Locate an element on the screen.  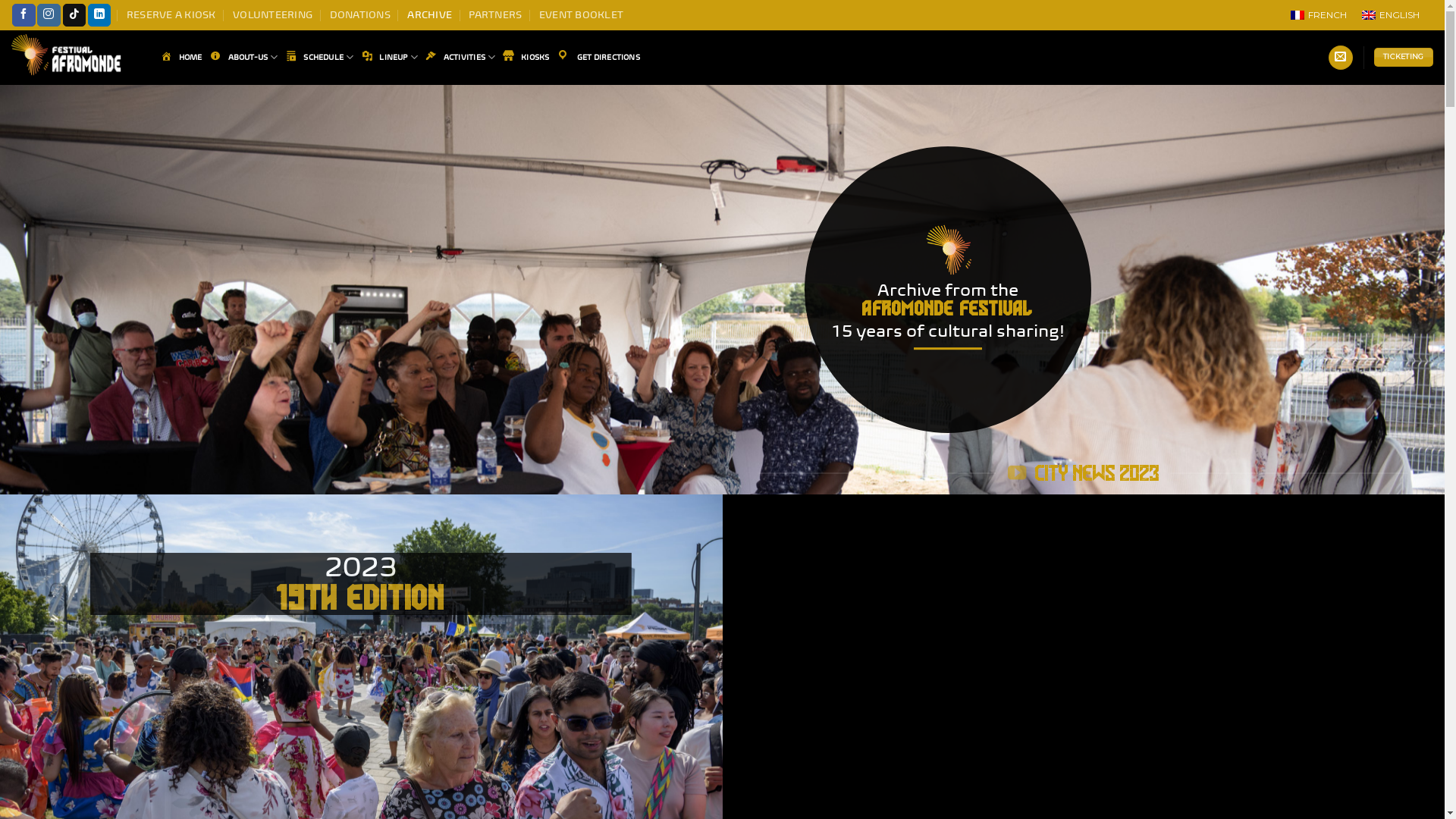
'GET DIRECTIONS' is located at coordinates (597, 57).